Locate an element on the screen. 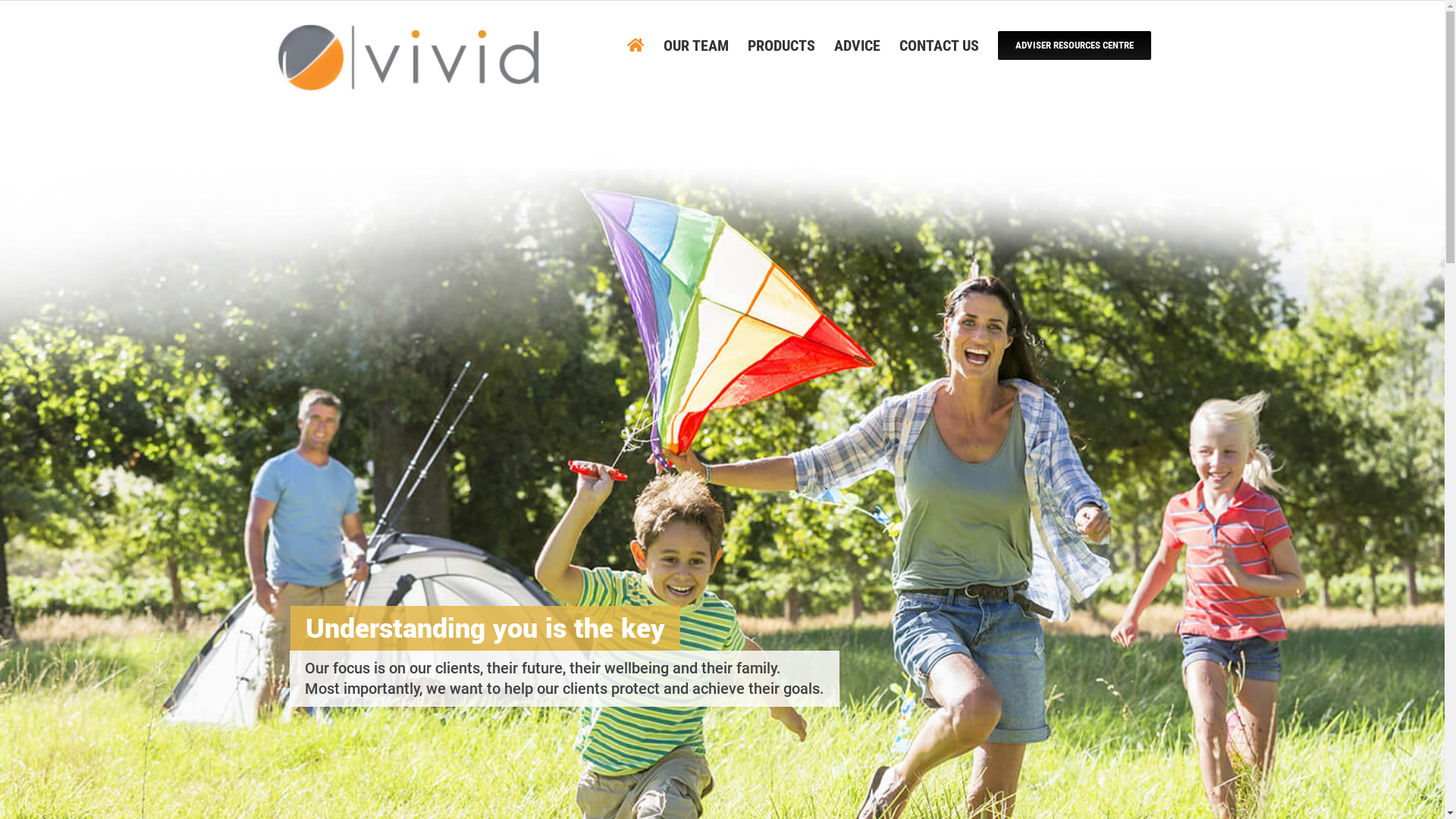 This screenshot has height=819, width=1456. 'ADVICE' is located at coordinates (857, 45).